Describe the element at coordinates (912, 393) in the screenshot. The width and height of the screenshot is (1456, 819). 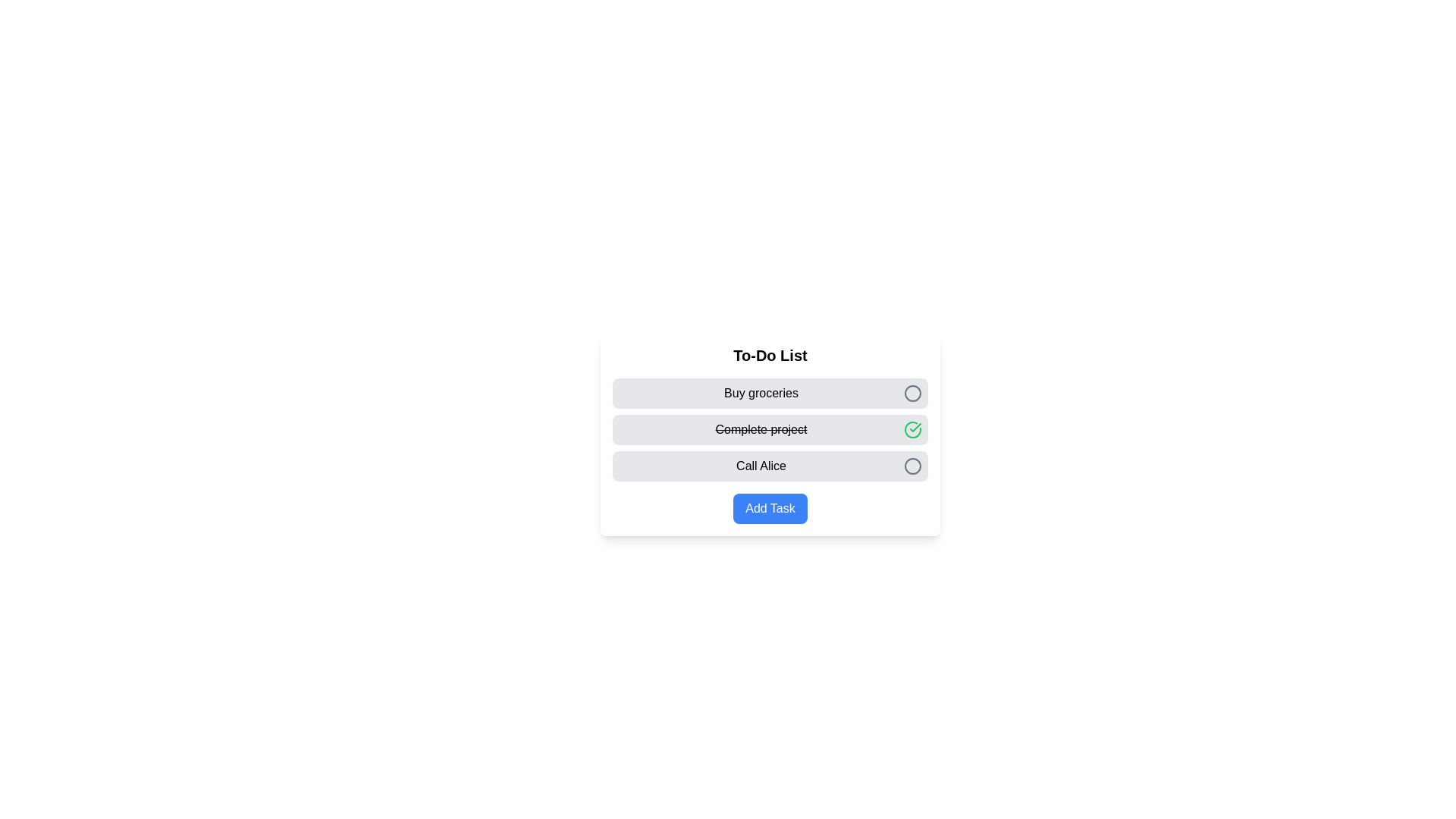
I see `the circular icon located next to the 'Buy groceries' text in the to-do list` at that location.